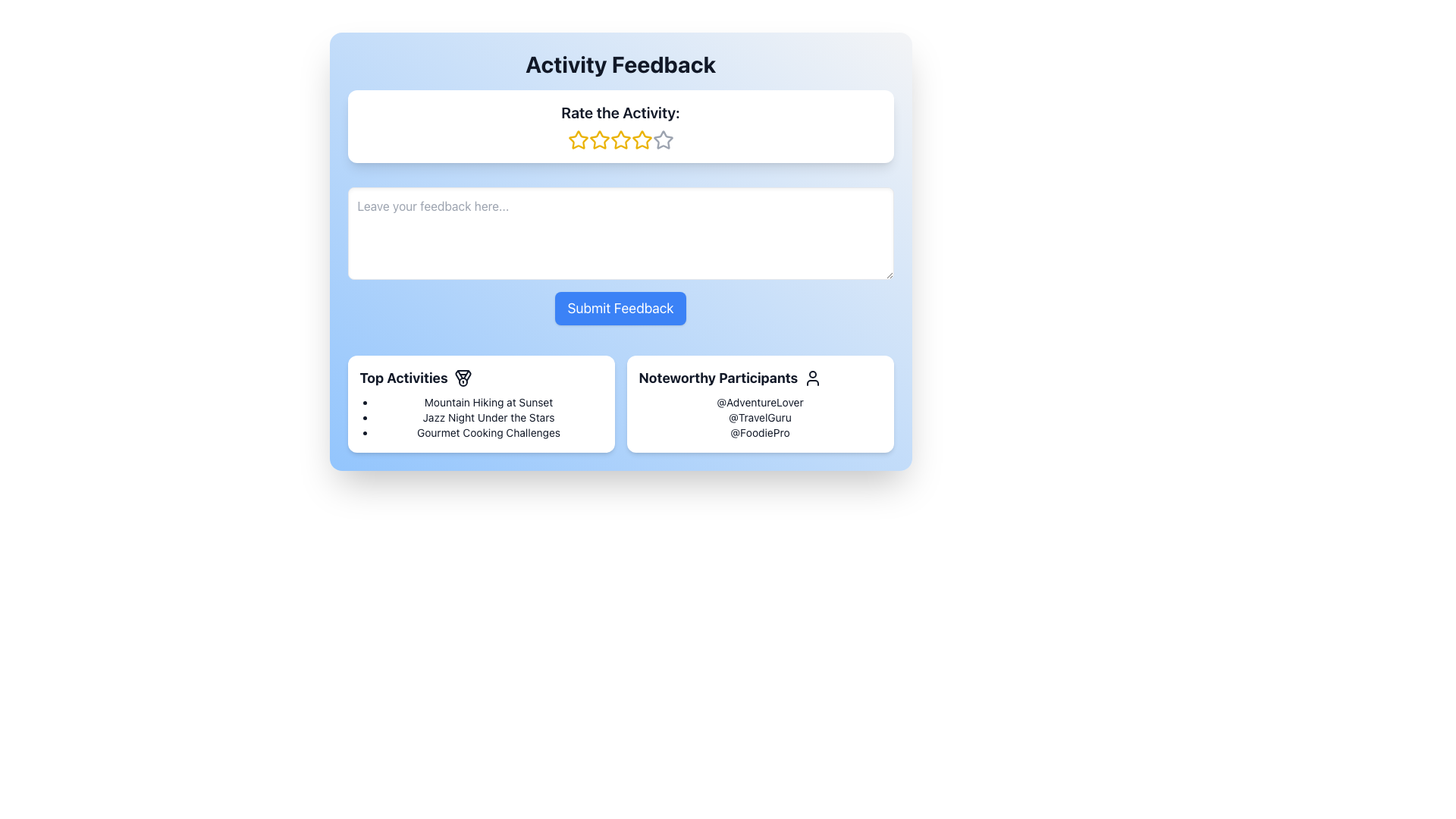 The width and height of the screenshot is (1456, 819). What do you see at coordinates (663, 140) in the screenshot?
I see `the fifth star in the rating control to provide feedback for the activity` at bounding box center [663, 140].